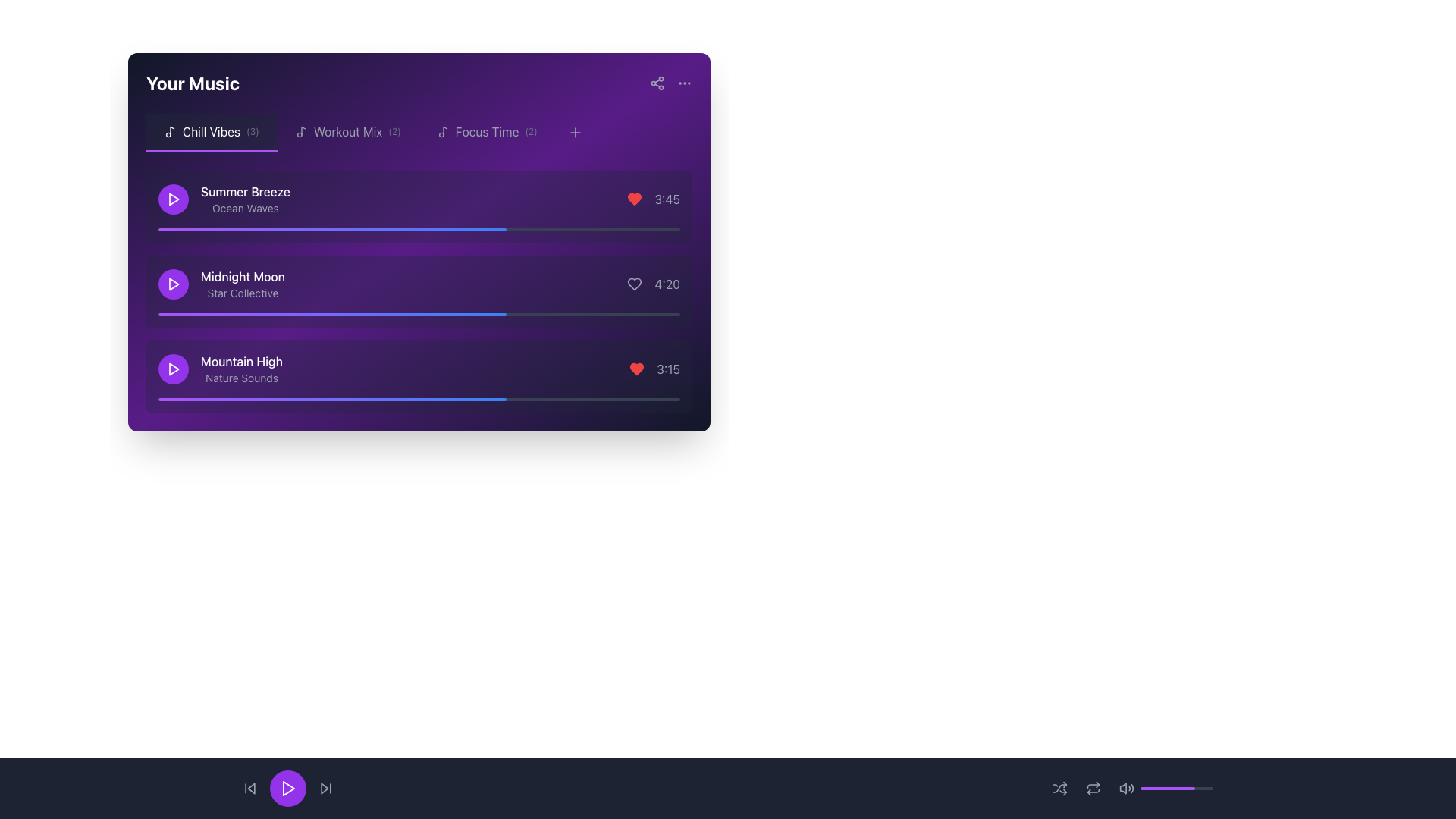 Image resolution: width=1456 pixels, height=819 pixels. What do you see at coordinates (284, 230) in the screenshot?
I see `progress` at bounding box center [284, 230].